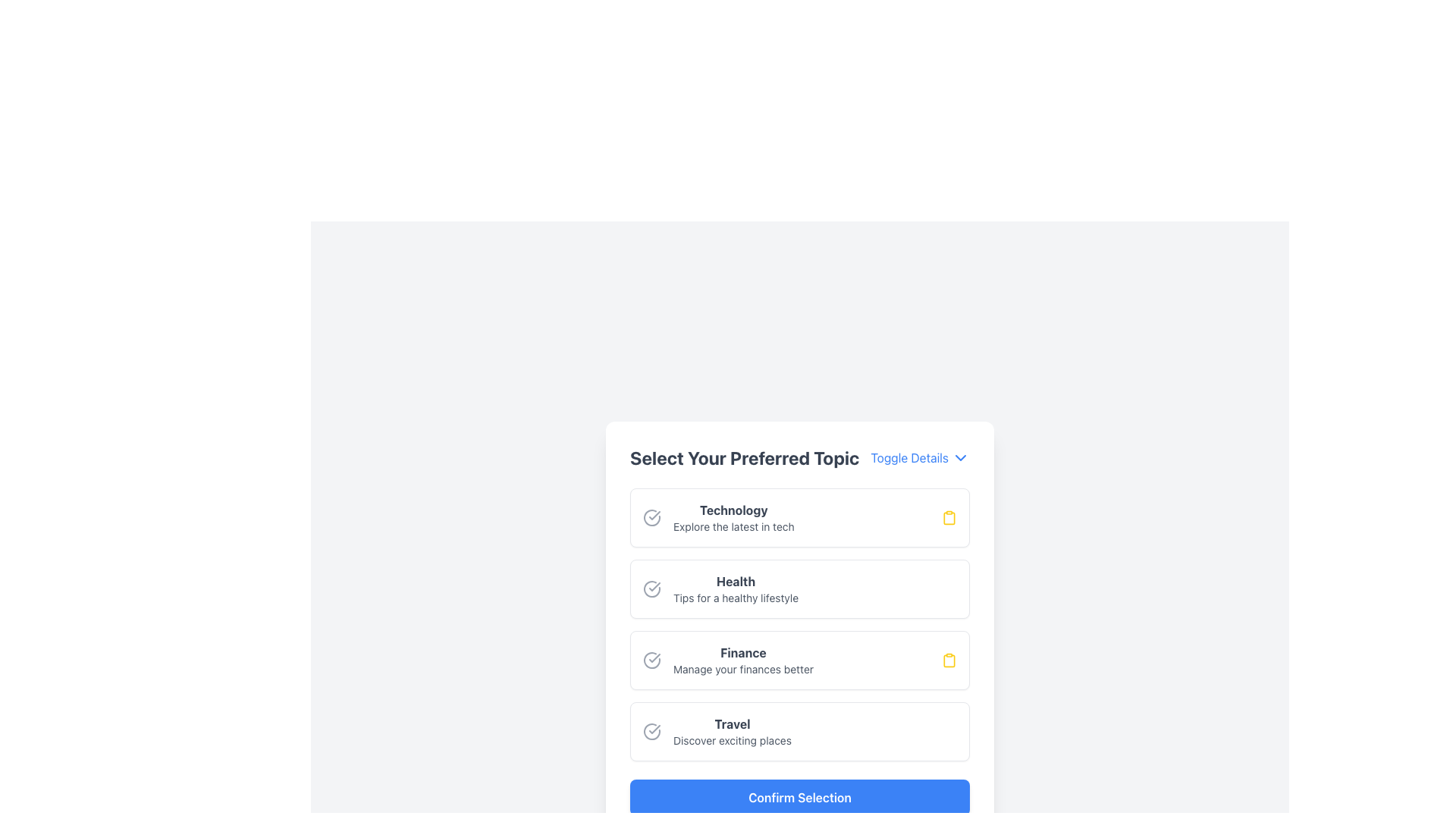  Describe the element at coordinates (732, 723) in the screenshot. I see `Text Label that serves as the title for the Travel topic, which is located below 'Finance' and above the 'Confirm Selection' button` at that location.